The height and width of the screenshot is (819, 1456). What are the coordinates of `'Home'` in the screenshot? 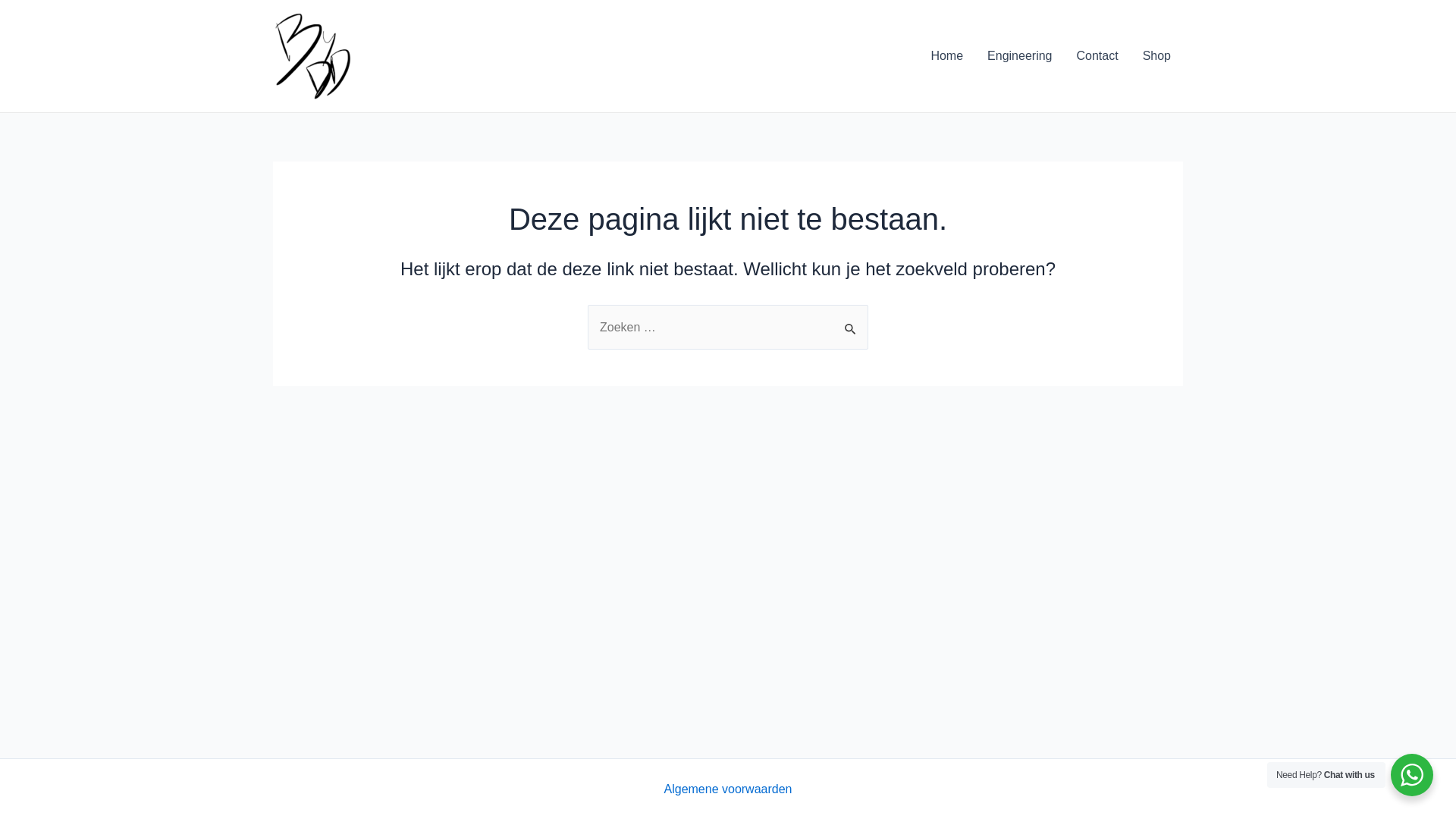 It's located at (946, 55).